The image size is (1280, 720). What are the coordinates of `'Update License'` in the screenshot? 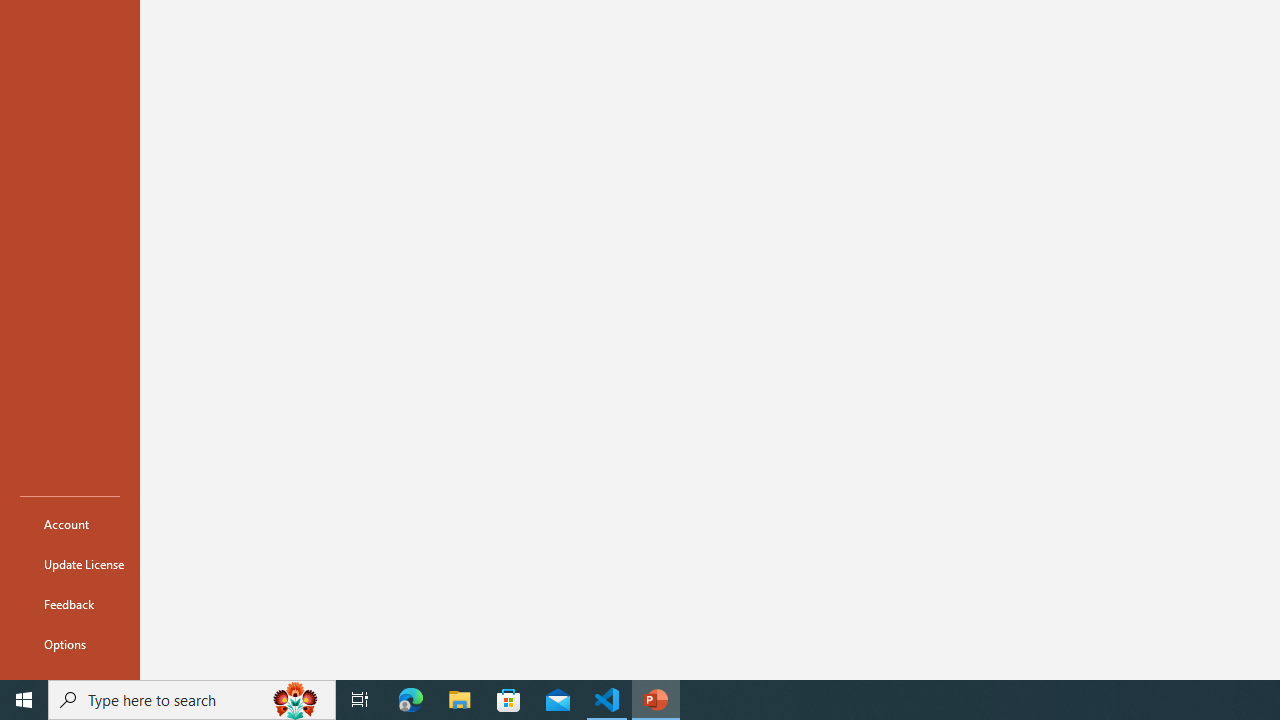 It's located at (69, 564).